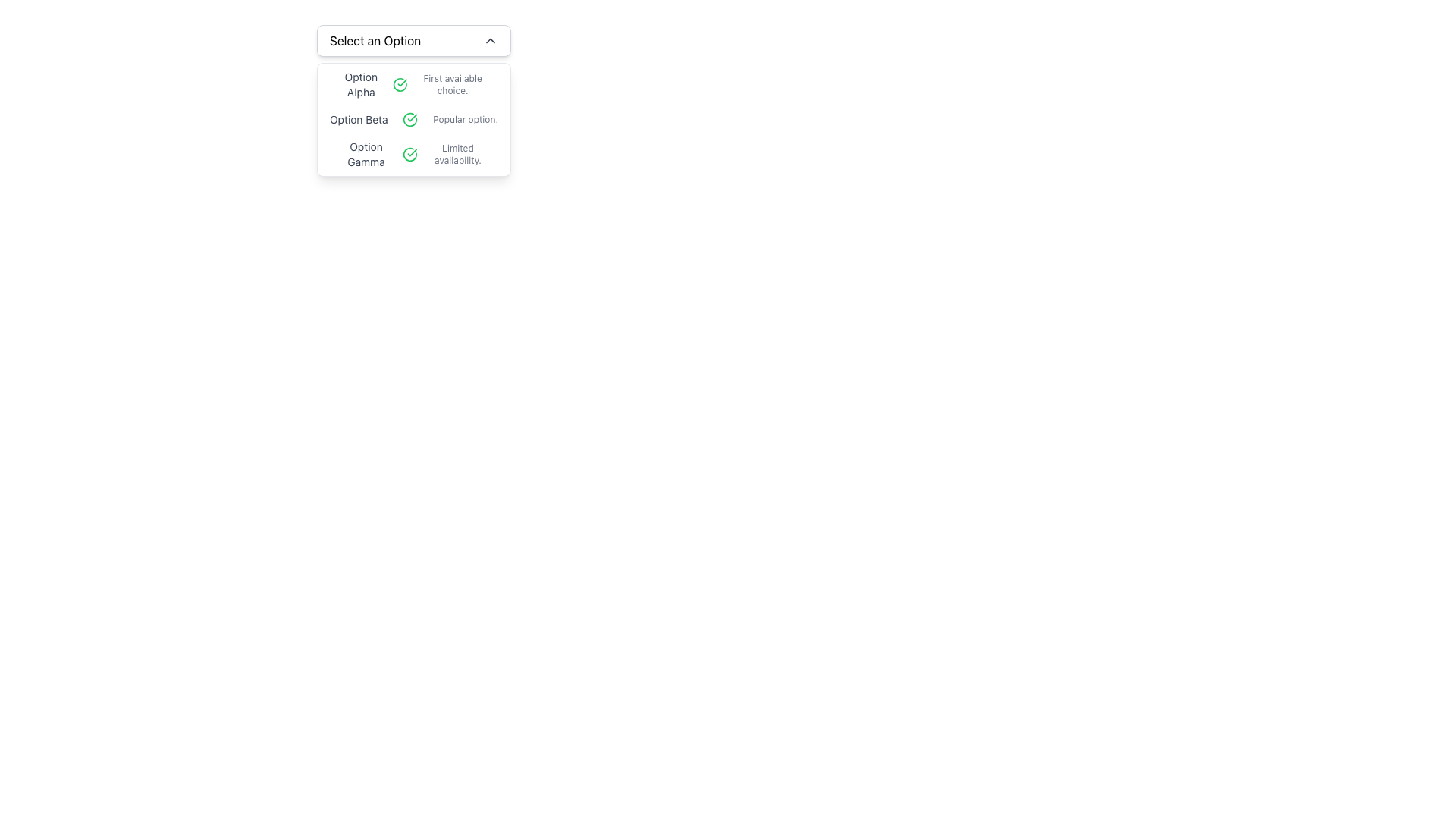 Image resolution: width=1456 pixels, height=819 pixels. Describe the element at coordinates (358, 119) in the screenshot. I see `the 'Option Beta' label` at that location.